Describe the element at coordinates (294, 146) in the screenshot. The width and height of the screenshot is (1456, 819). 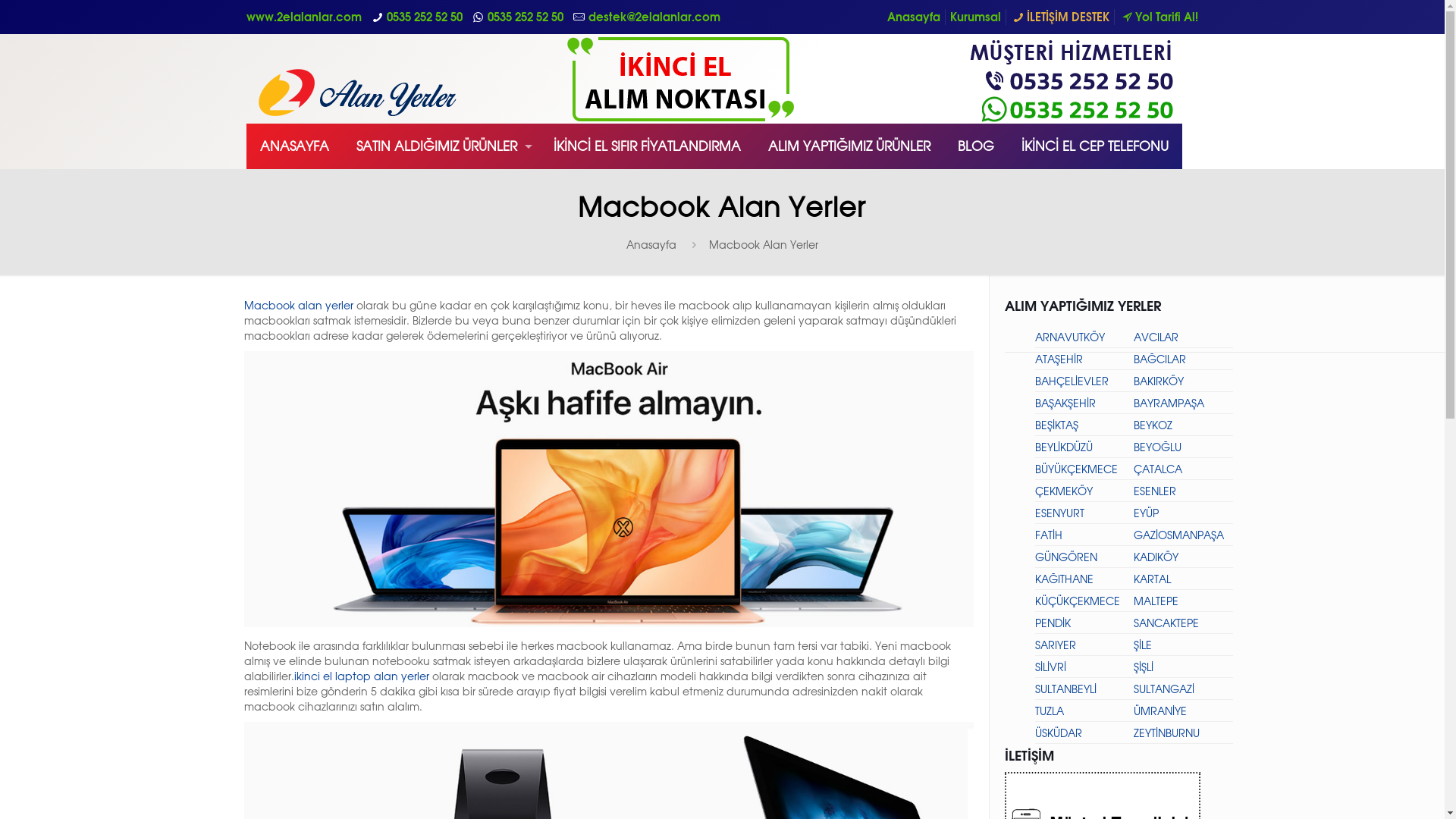
I see `'ANASAYFA'` at that location.